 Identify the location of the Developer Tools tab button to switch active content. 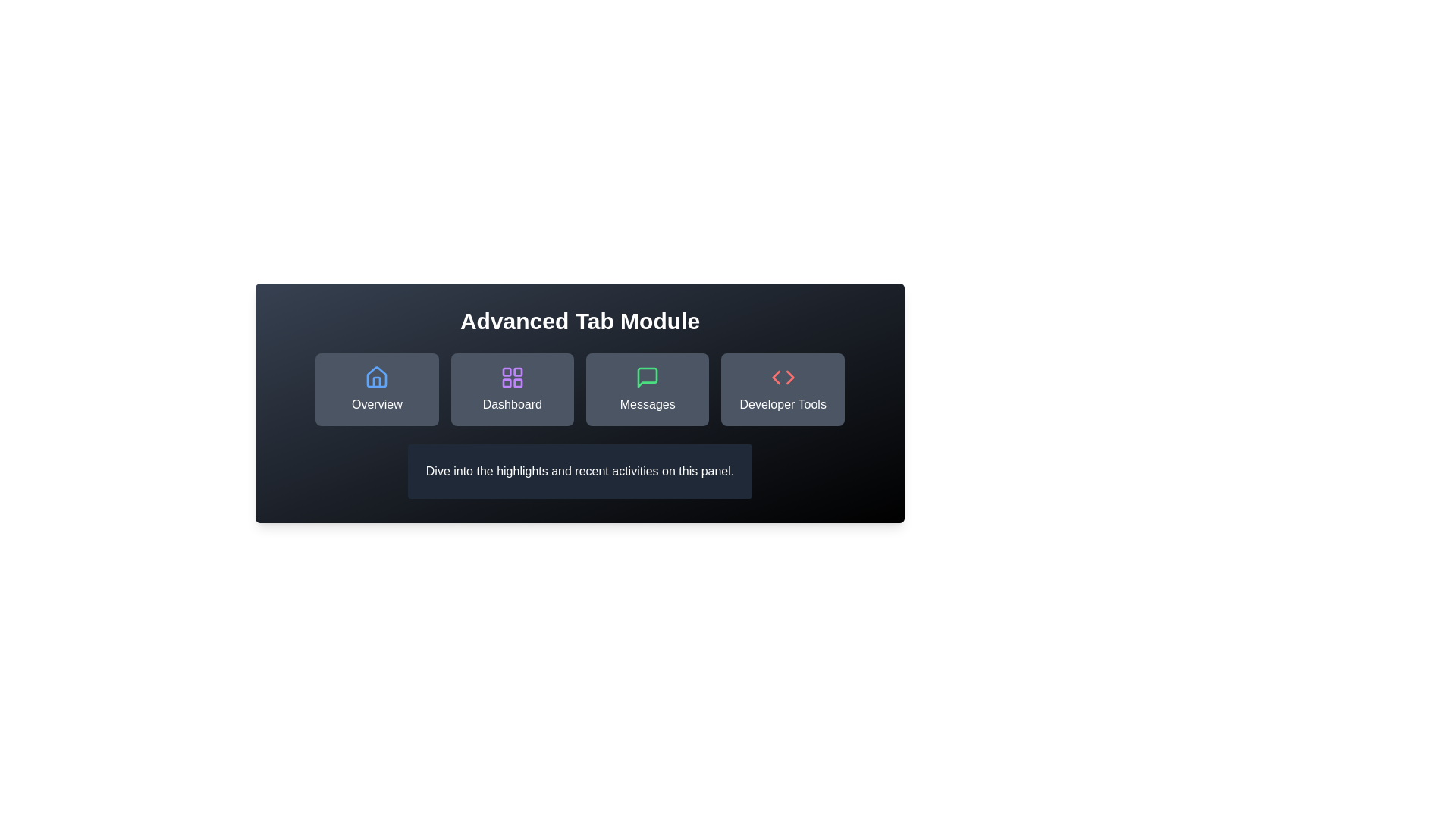
(783, 388).